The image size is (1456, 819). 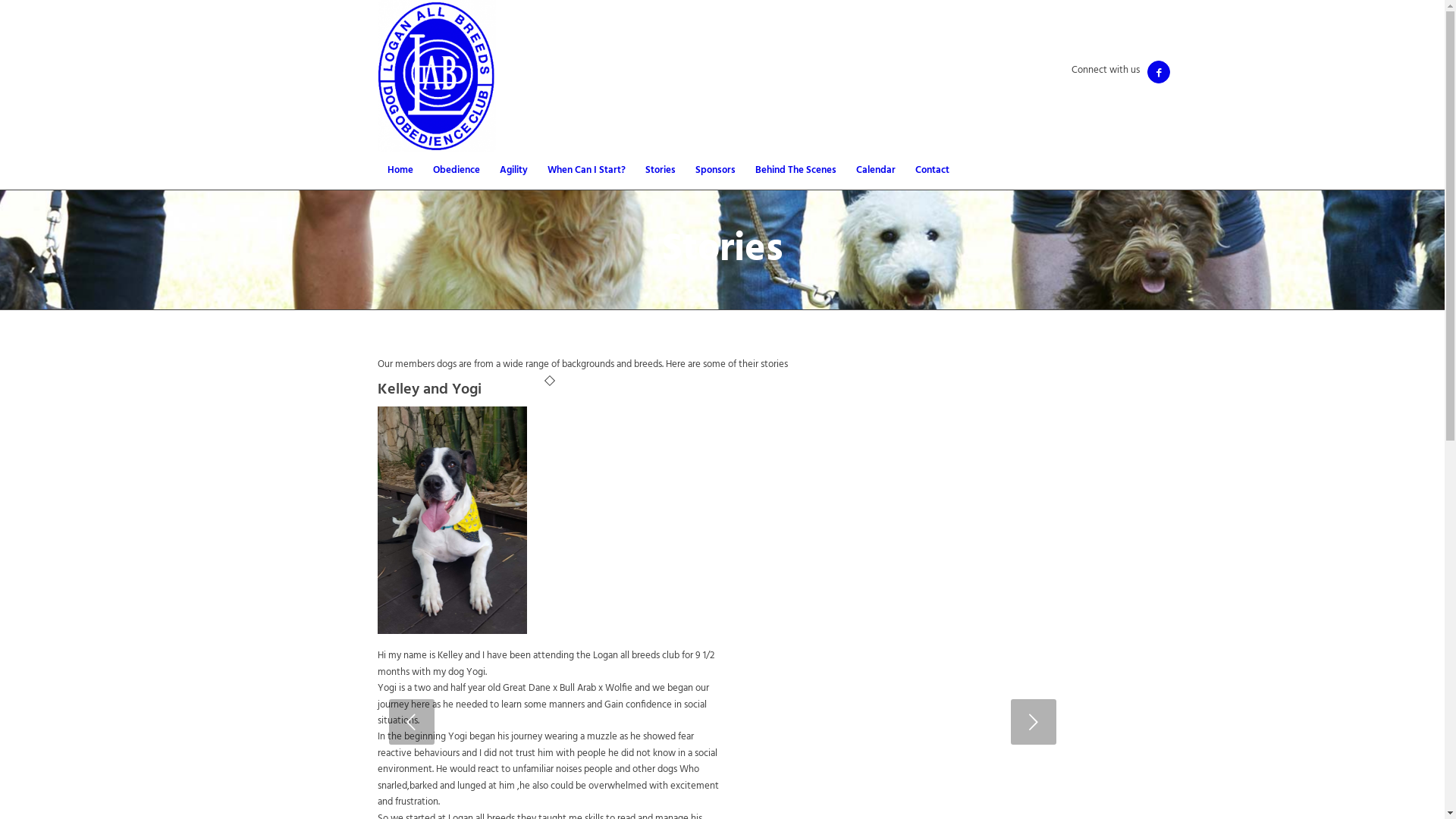 I want to click on 'Previous', so click(x=388, y=721).